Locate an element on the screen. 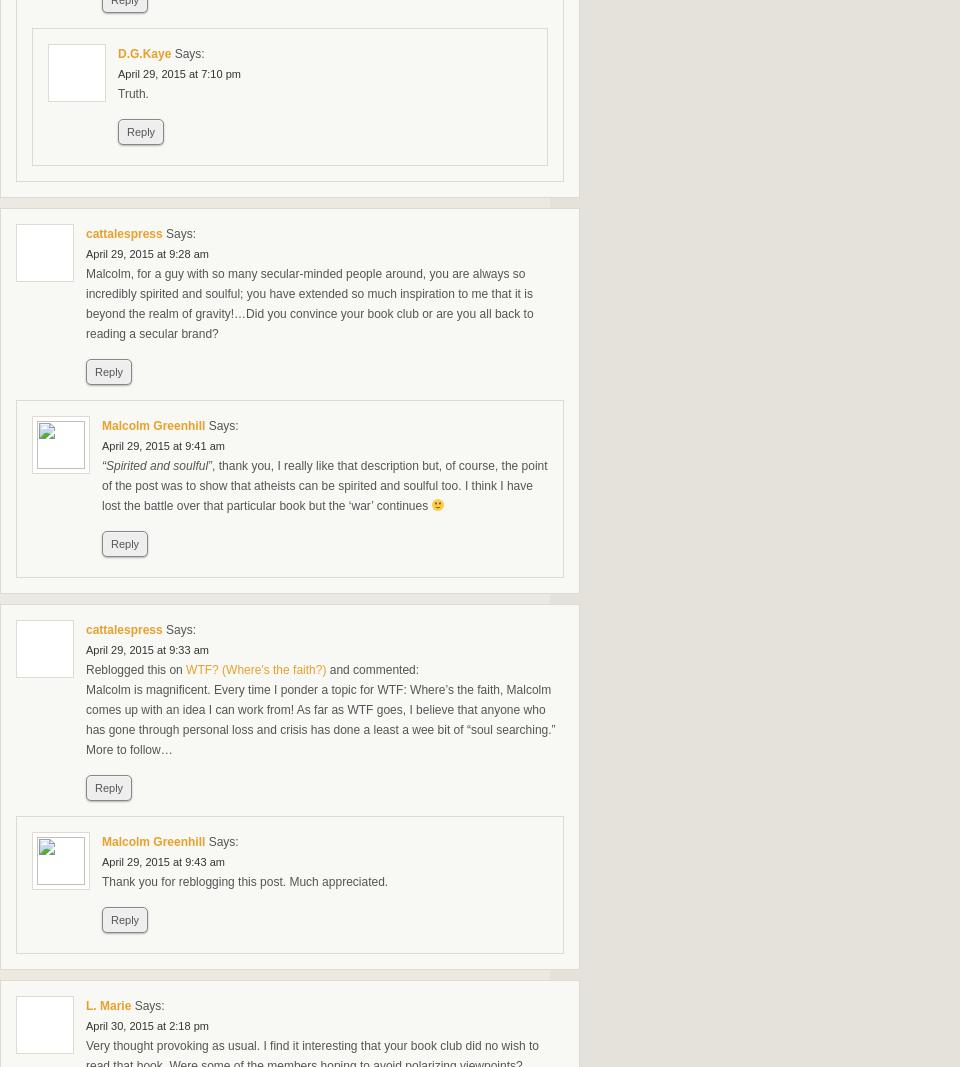  'WTF? (Where's the faith?)' is located at coordinates (255, 669).